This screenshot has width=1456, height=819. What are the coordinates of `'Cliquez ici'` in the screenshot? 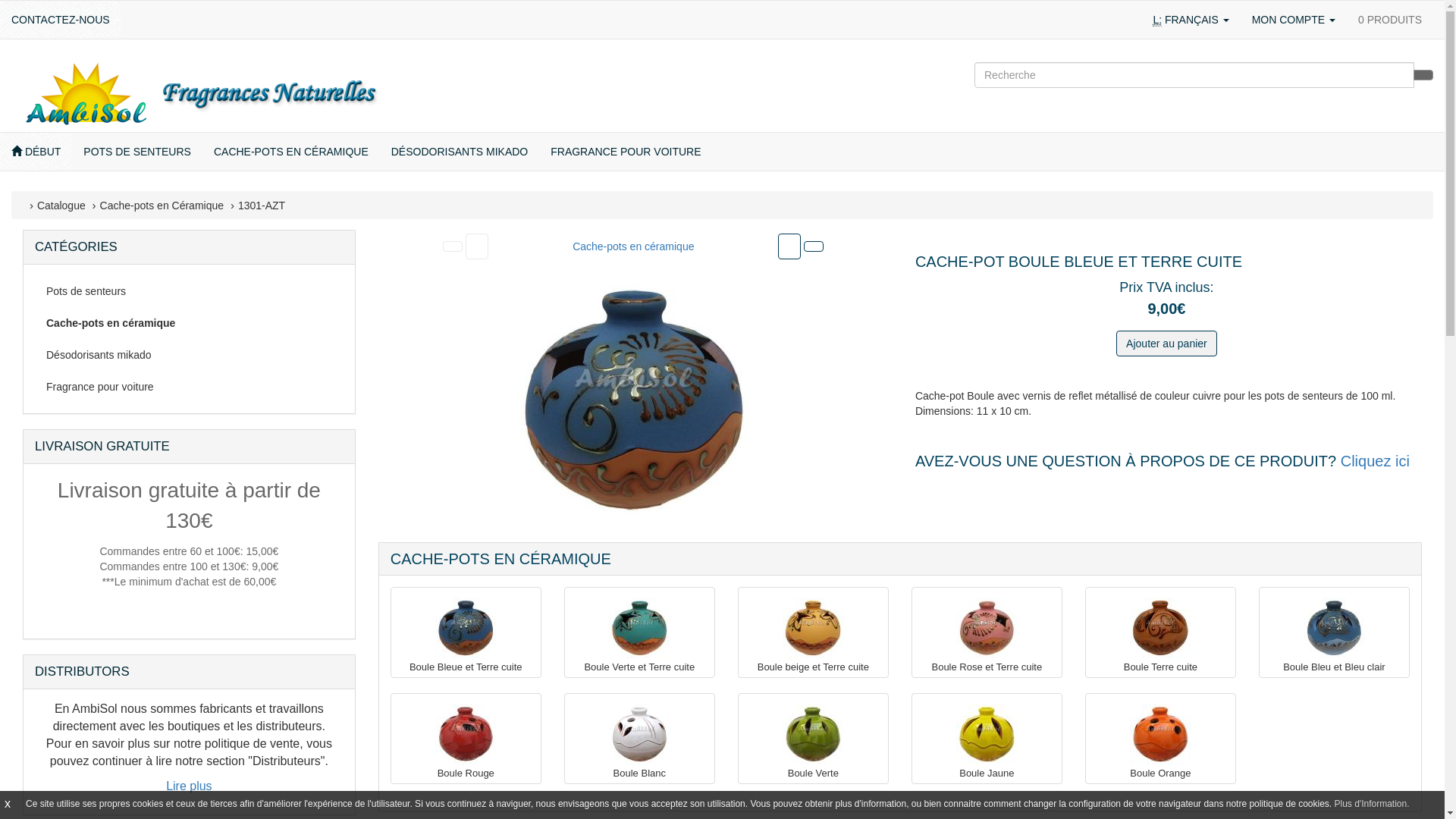 It's located at (1375, 460).